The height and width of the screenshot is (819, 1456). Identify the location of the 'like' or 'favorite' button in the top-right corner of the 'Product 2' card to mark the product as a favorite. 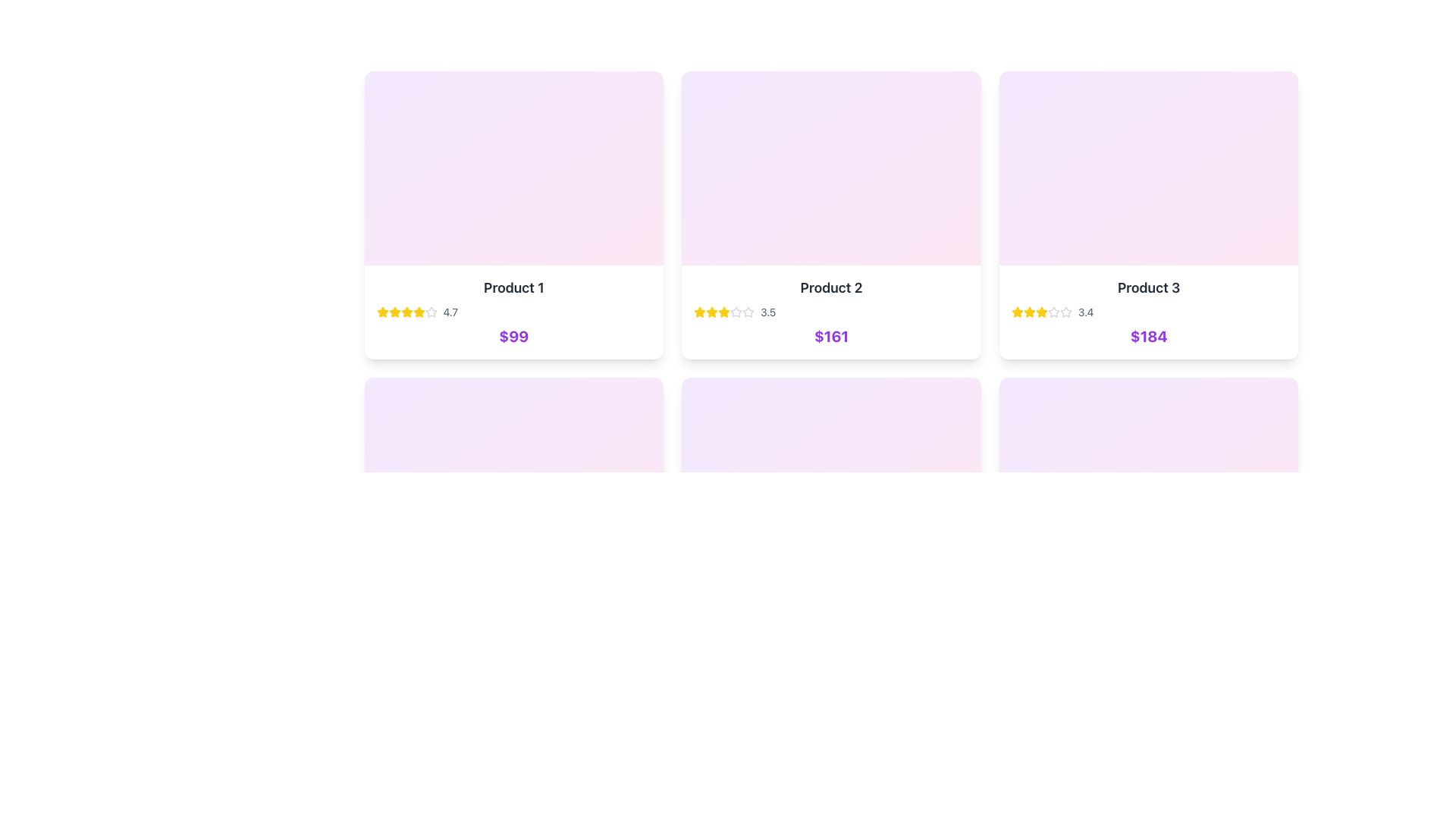
(940, 93).